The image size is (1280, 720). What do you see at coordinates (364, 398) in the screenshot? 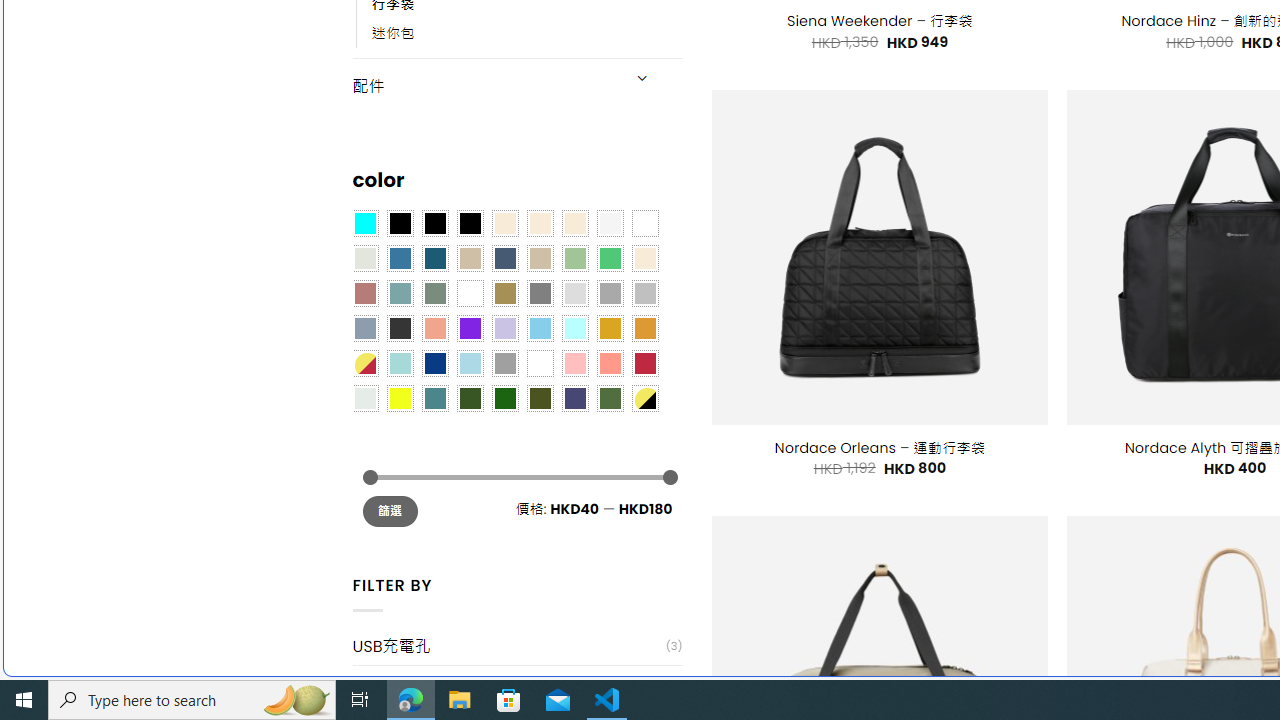
I see `'Dull Nickle'` at bounding box center [364, 398].